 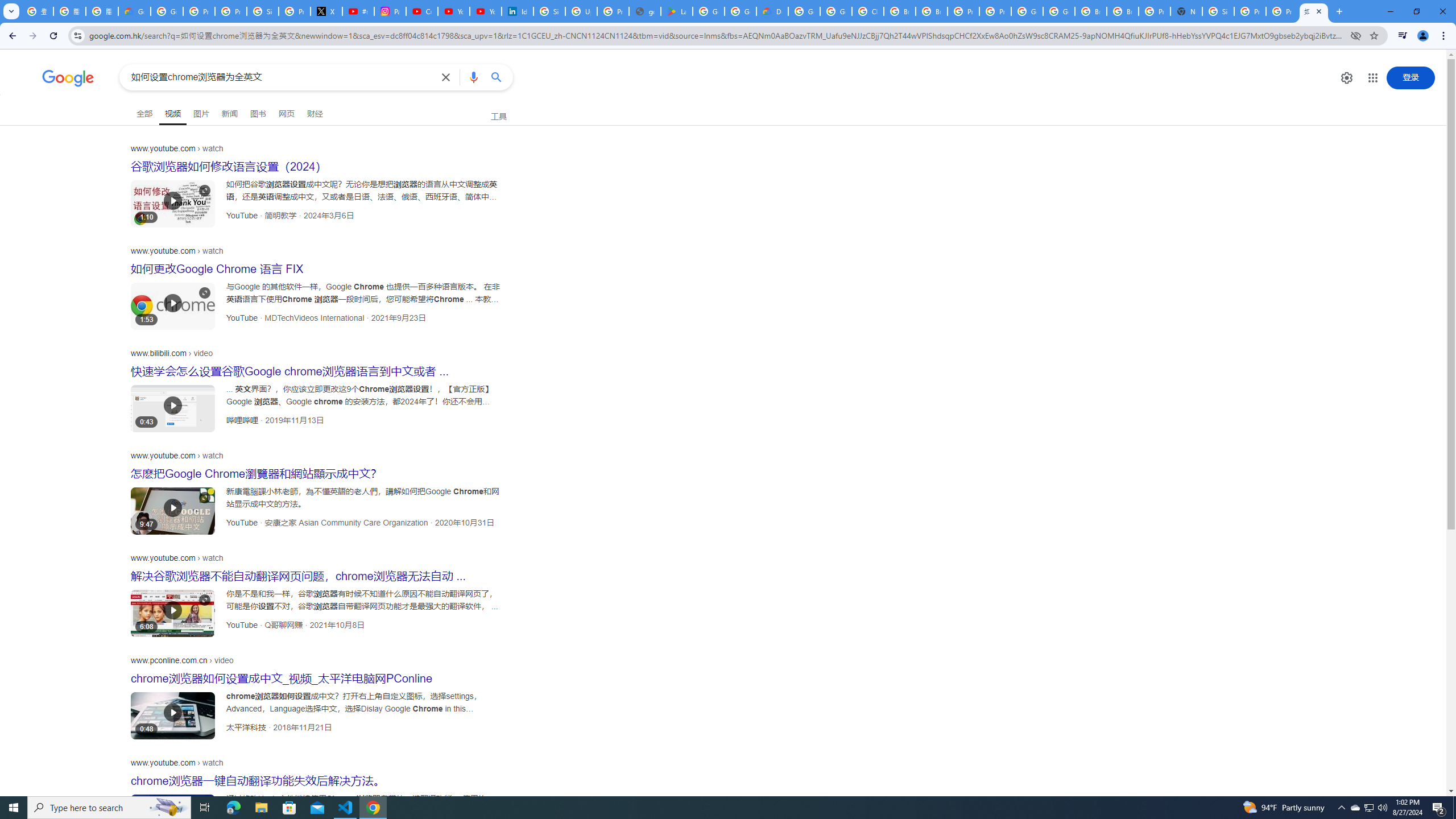 I want to click on 'X', so click(x=326, y=11).